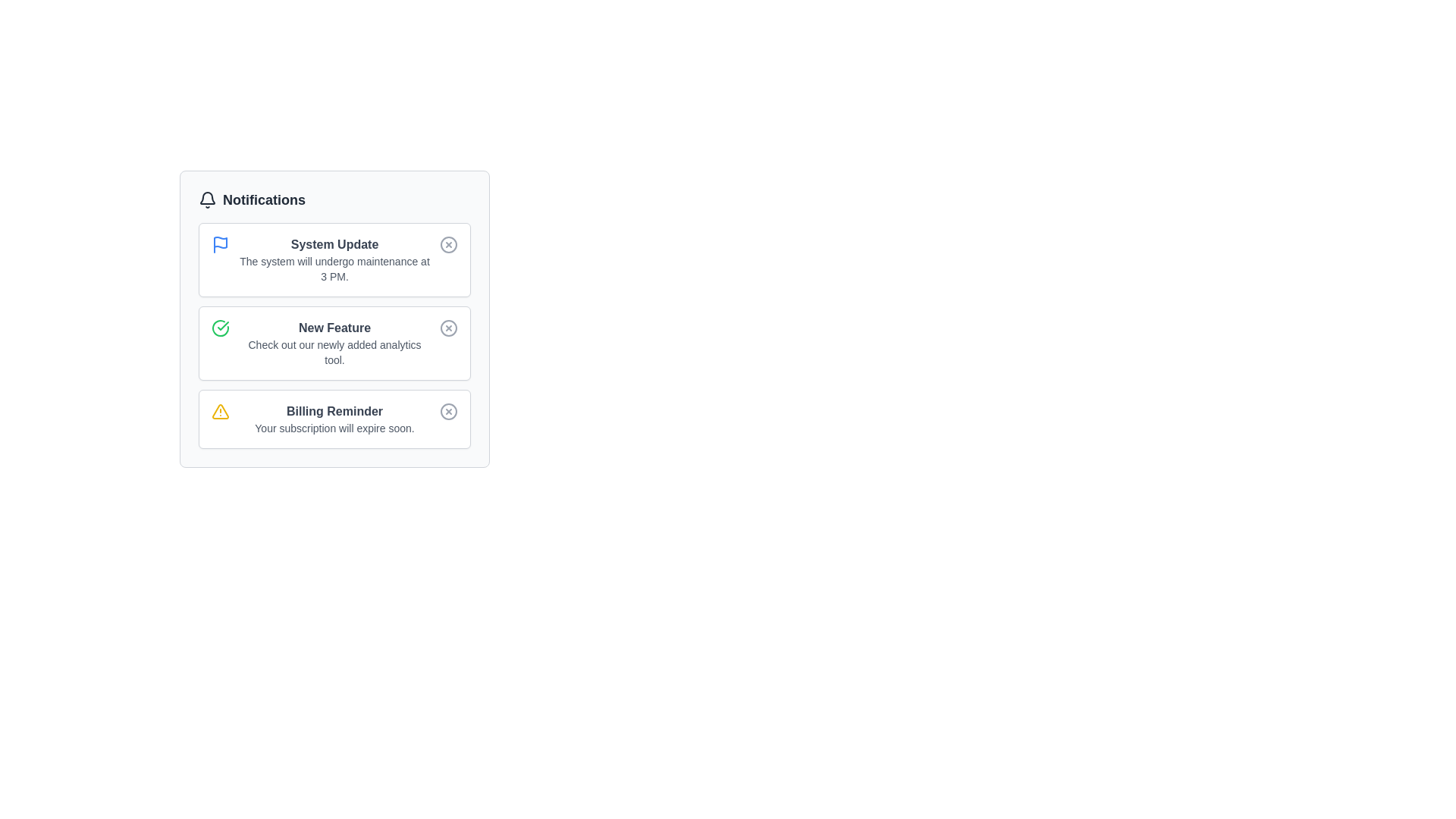 The height and width of the screenshot is (819, 1456). I want to click on the text label displaying 'System Update' which is styled in a slightly bold dark gray font and located at the top of the notification card, so click(334, 244).